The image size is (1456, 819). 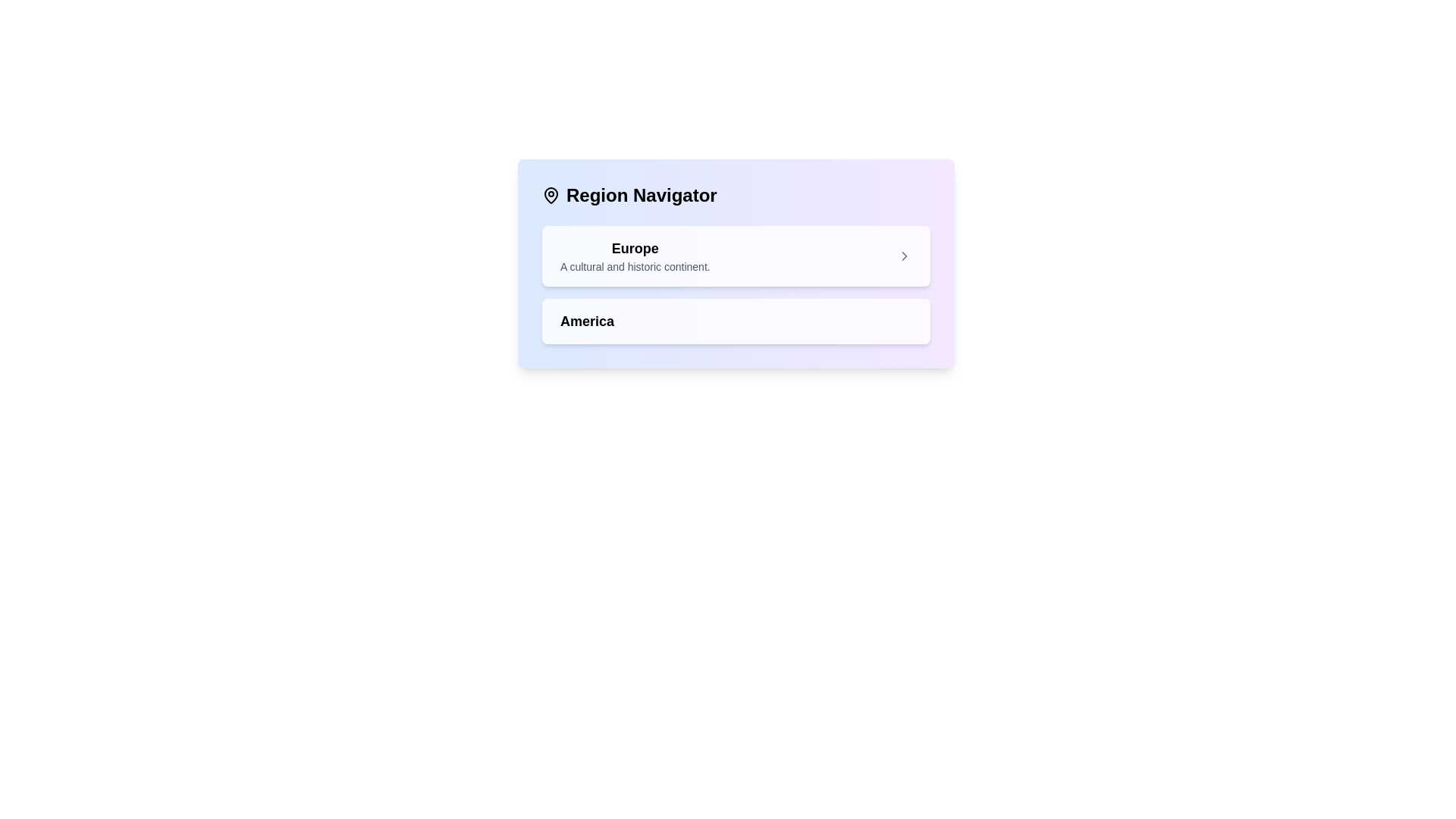 What do you see at coordinates (550, 195) in the screenshot?
I see `the map pin icon located at the upper-left corner of the 'Region Navigator' section, which is styled with a black outline and no fill` at bounding box center [550, 195].